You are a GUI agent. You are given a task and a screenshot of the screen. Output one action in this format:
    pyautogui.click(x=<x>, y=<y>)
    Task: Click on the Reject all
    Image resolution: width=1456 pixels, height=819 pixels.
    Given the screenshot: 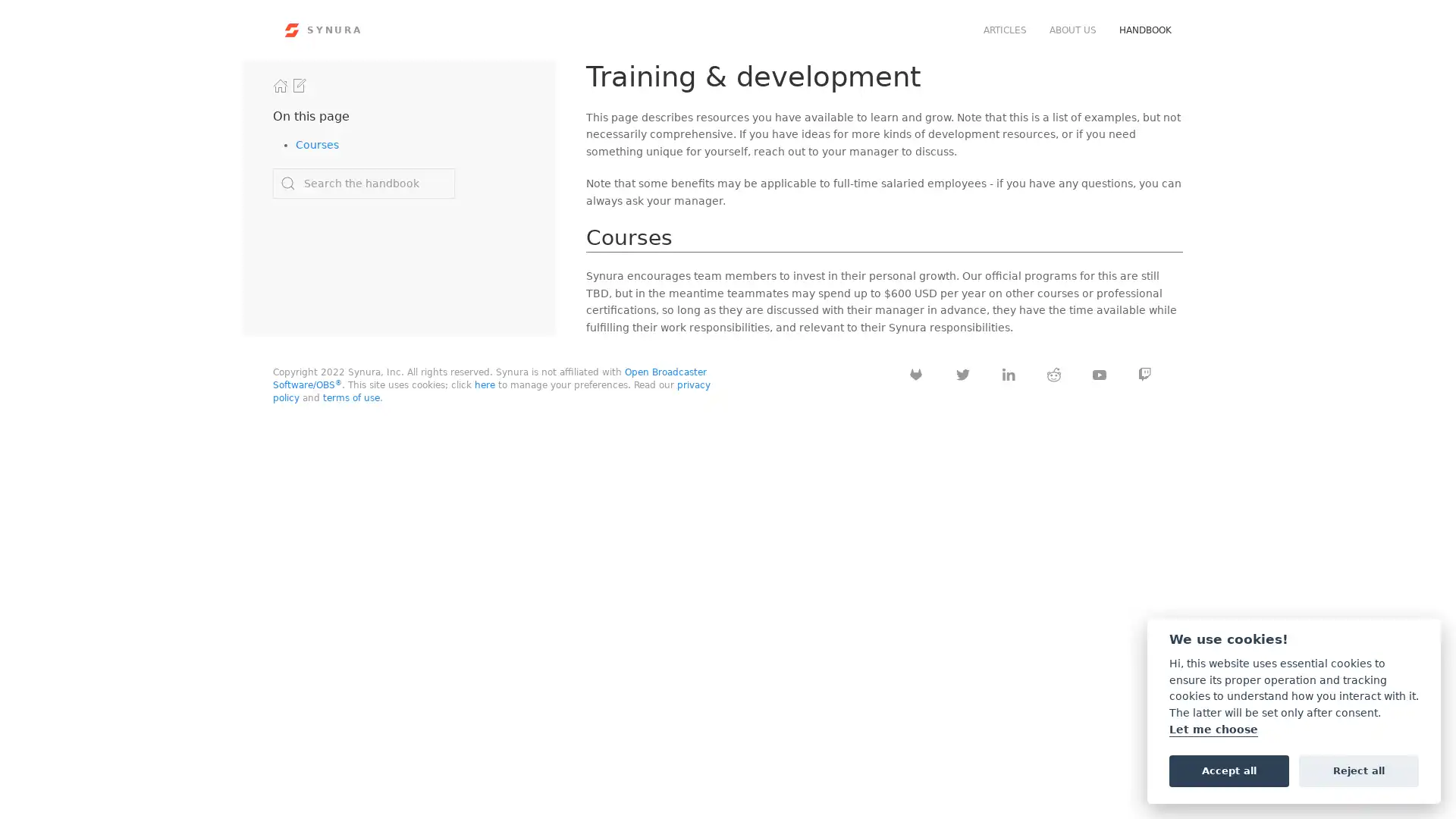 What is the action you would take?
    pyautogui.click(x=1358, y=770)
    